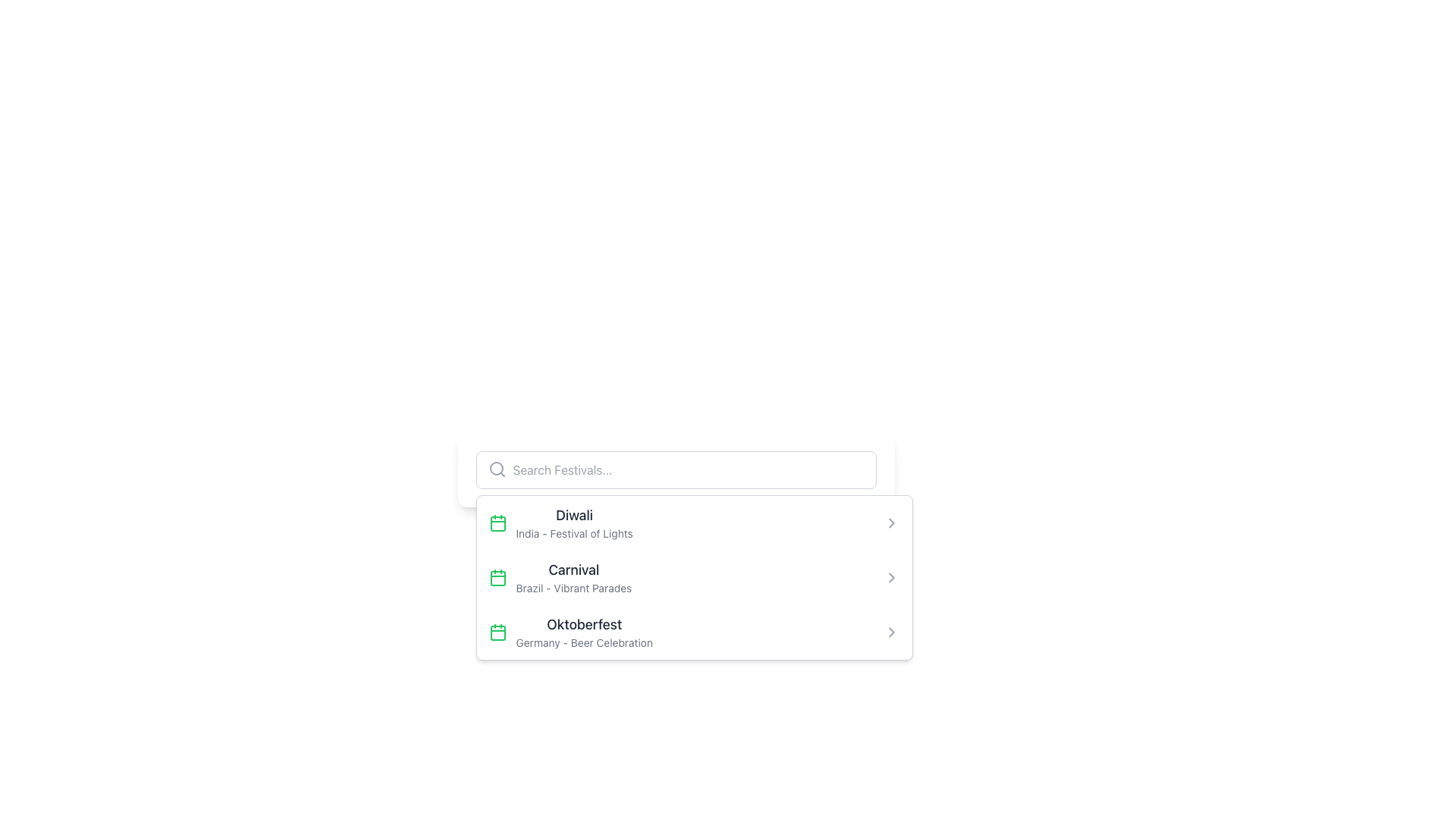  I want to click on the chevron arrow icon, which is a small right-pointing vector graphic styled in gray, located, so click(891, 522).